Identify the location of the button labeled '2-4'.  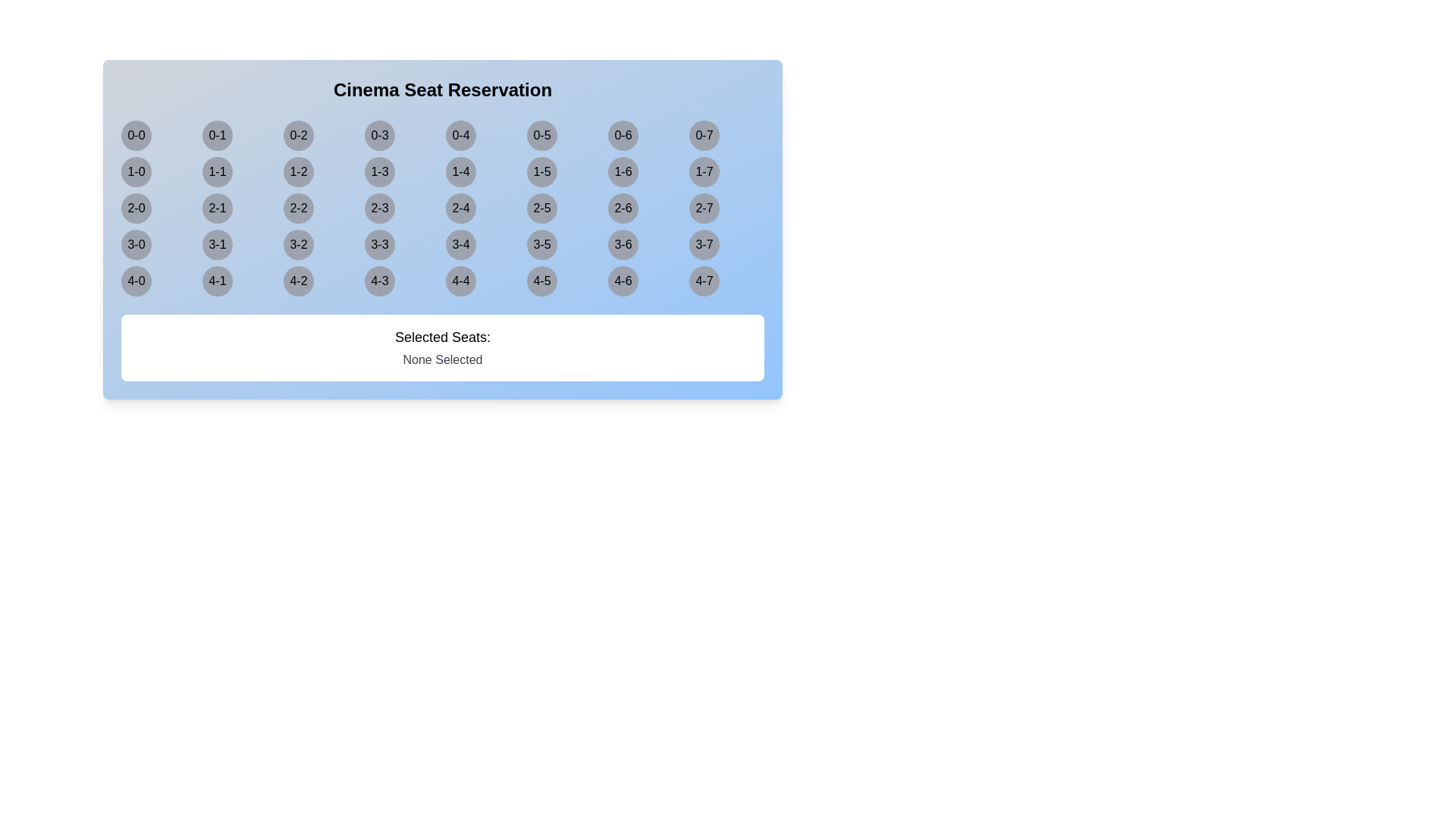
(460, 208).